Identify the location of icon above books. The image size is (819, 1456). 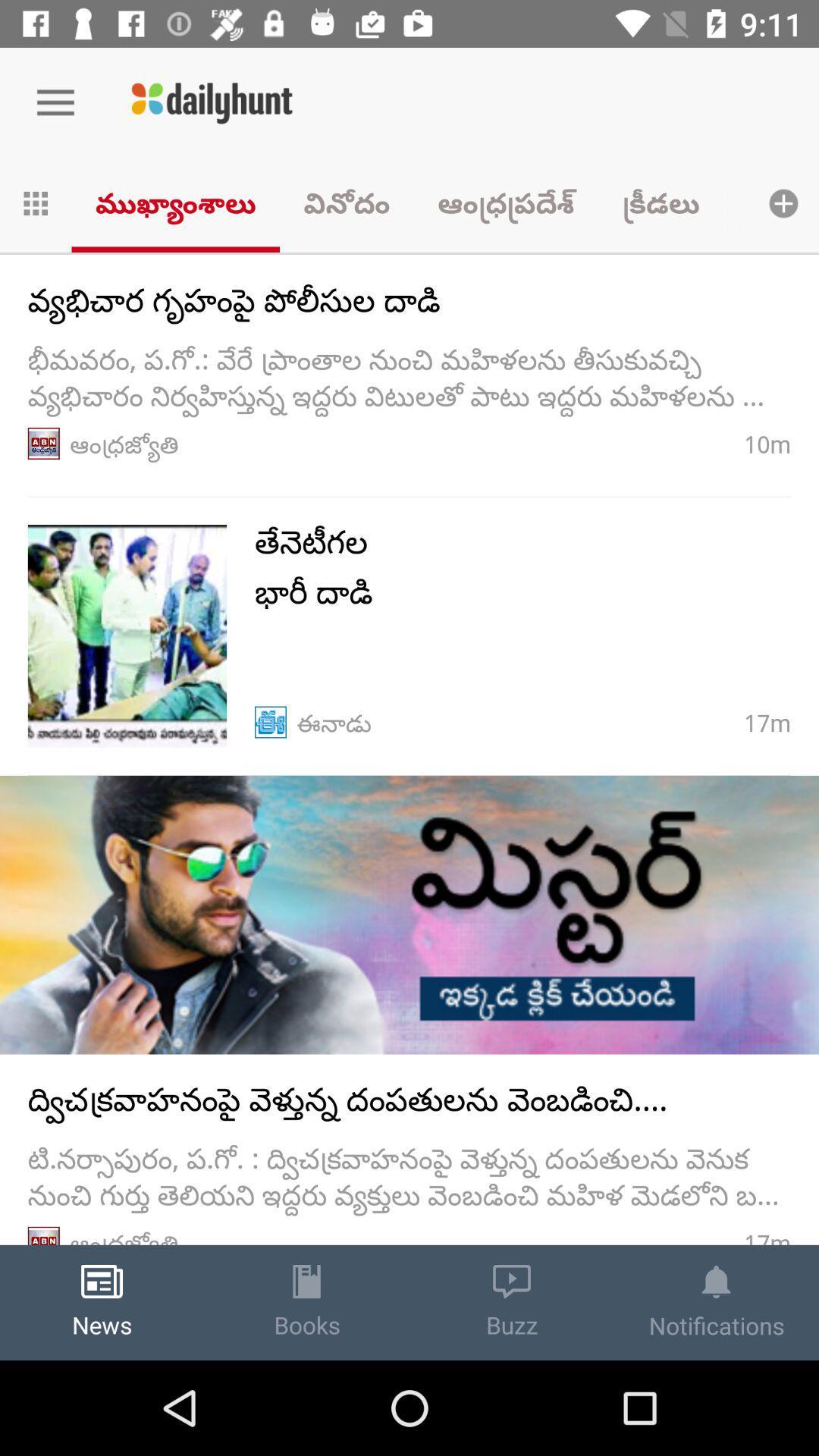
(306, 1280).